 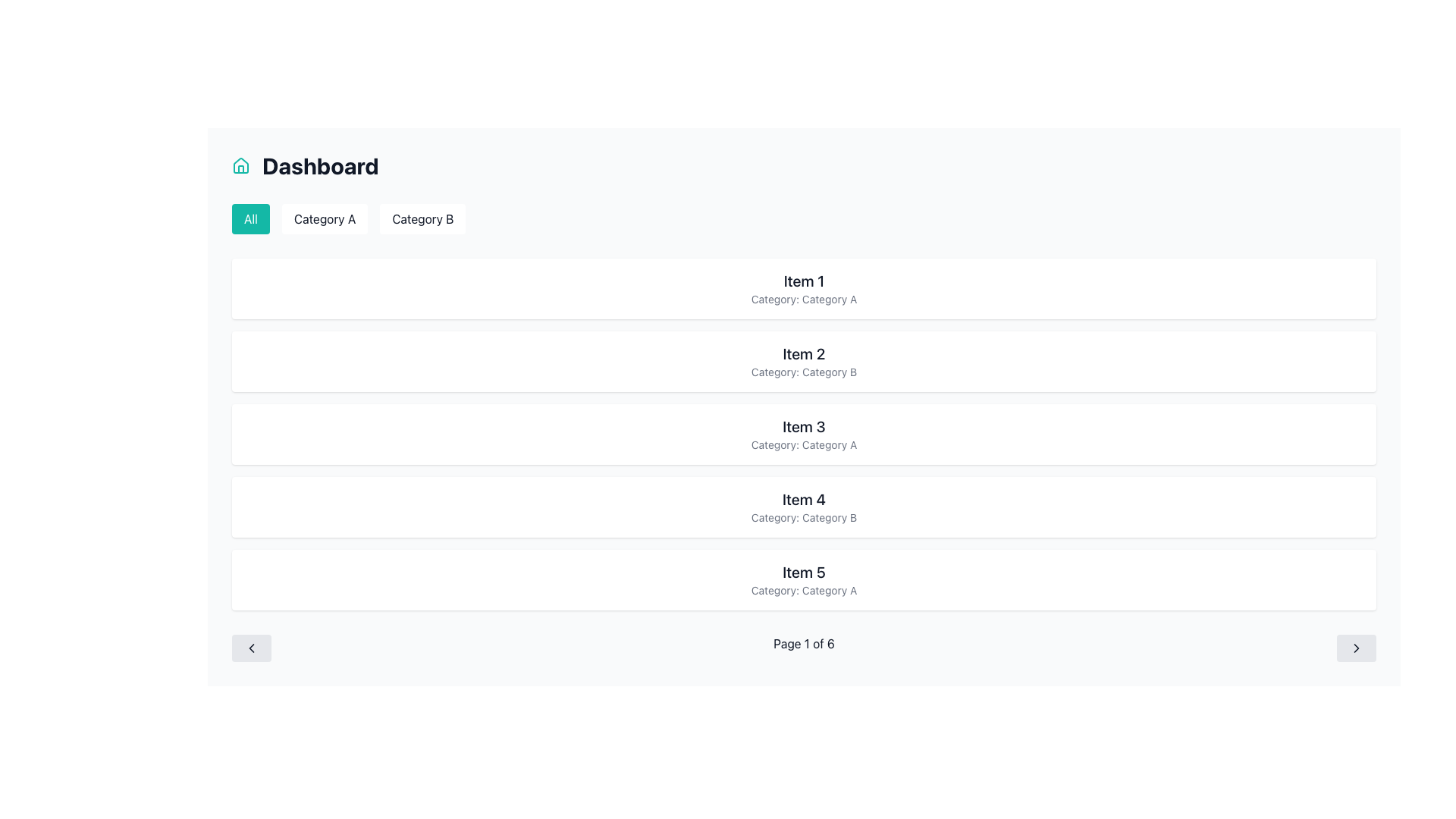 What do you see at coordinates (422, 219) in the screenshot?
I see `the 'Category B' button, which is a rectangular button with a white background and rounded corners, located below the 'Dashboard' heading, to filter by 'Category B'` at bounding box center [422, 219].